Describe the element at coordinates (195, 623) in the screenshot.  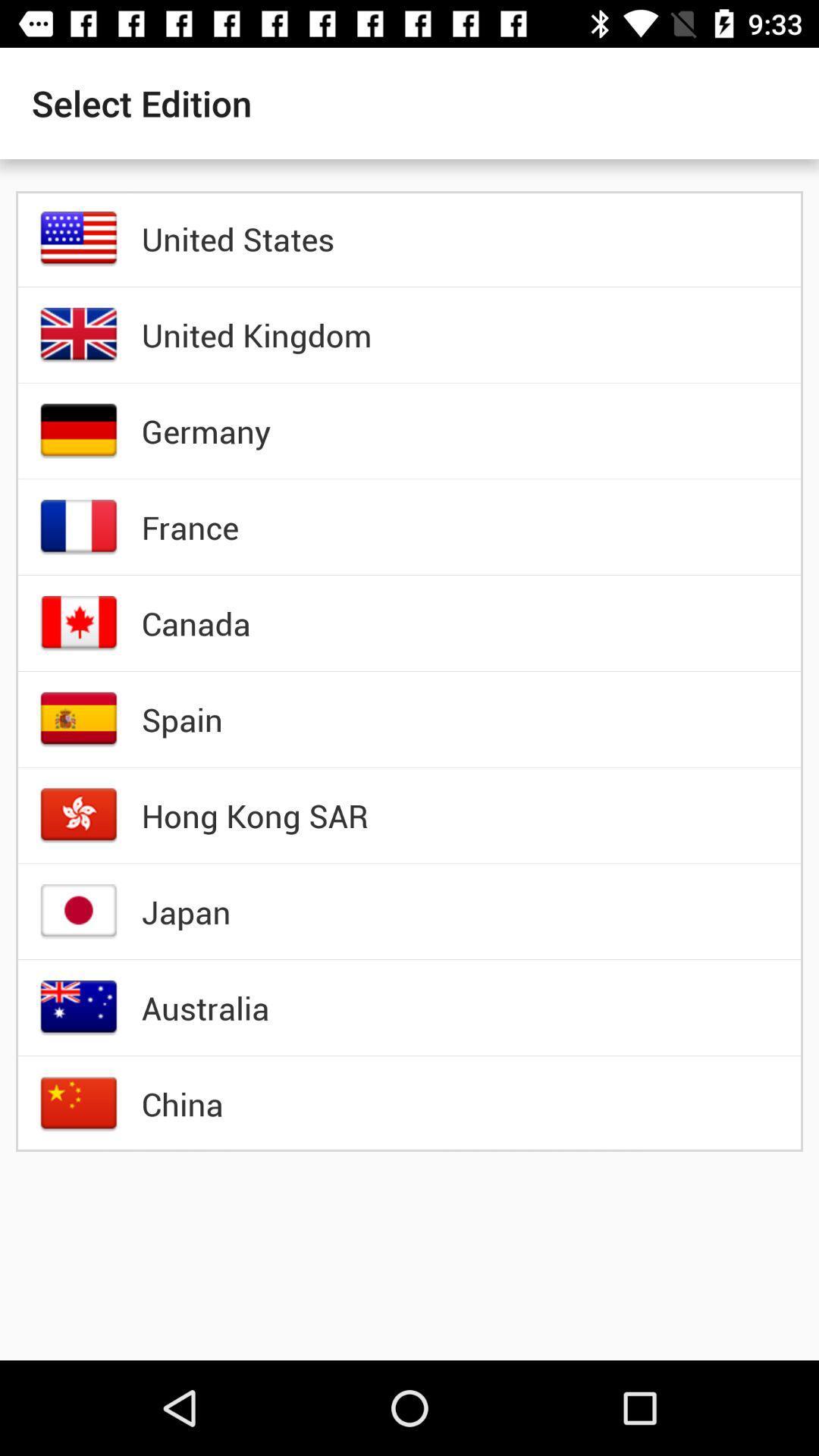
I see `the item above spain item` at that location.